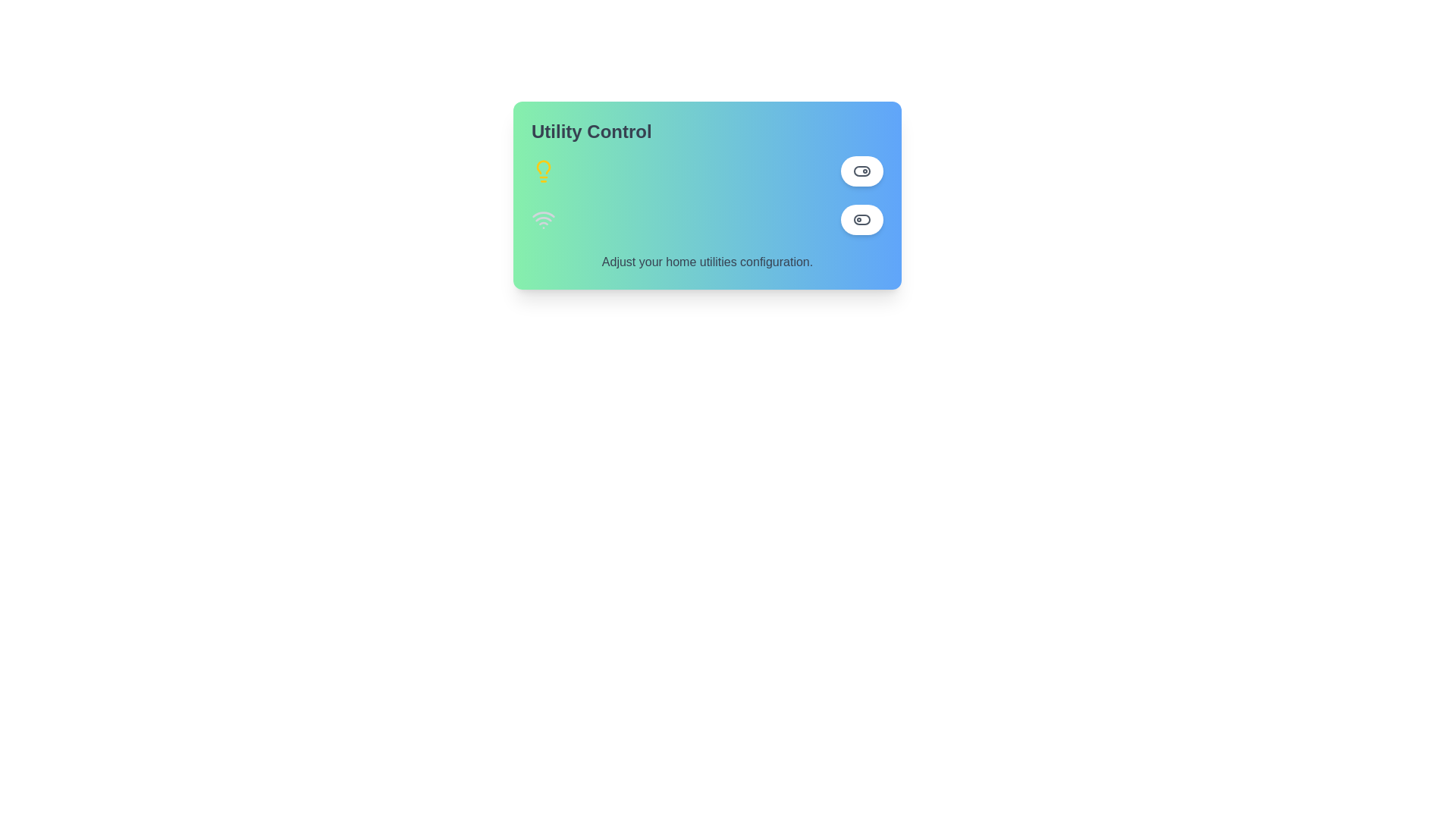 The width and height of the screenshot is (1456, 819). Describe the element at coordinates (862, 219) in the screenshot. I see `the second toggle switch in the 'Utility Control' section, which has a white rounded-rectangle background and a black circle, to change its state` at that location.